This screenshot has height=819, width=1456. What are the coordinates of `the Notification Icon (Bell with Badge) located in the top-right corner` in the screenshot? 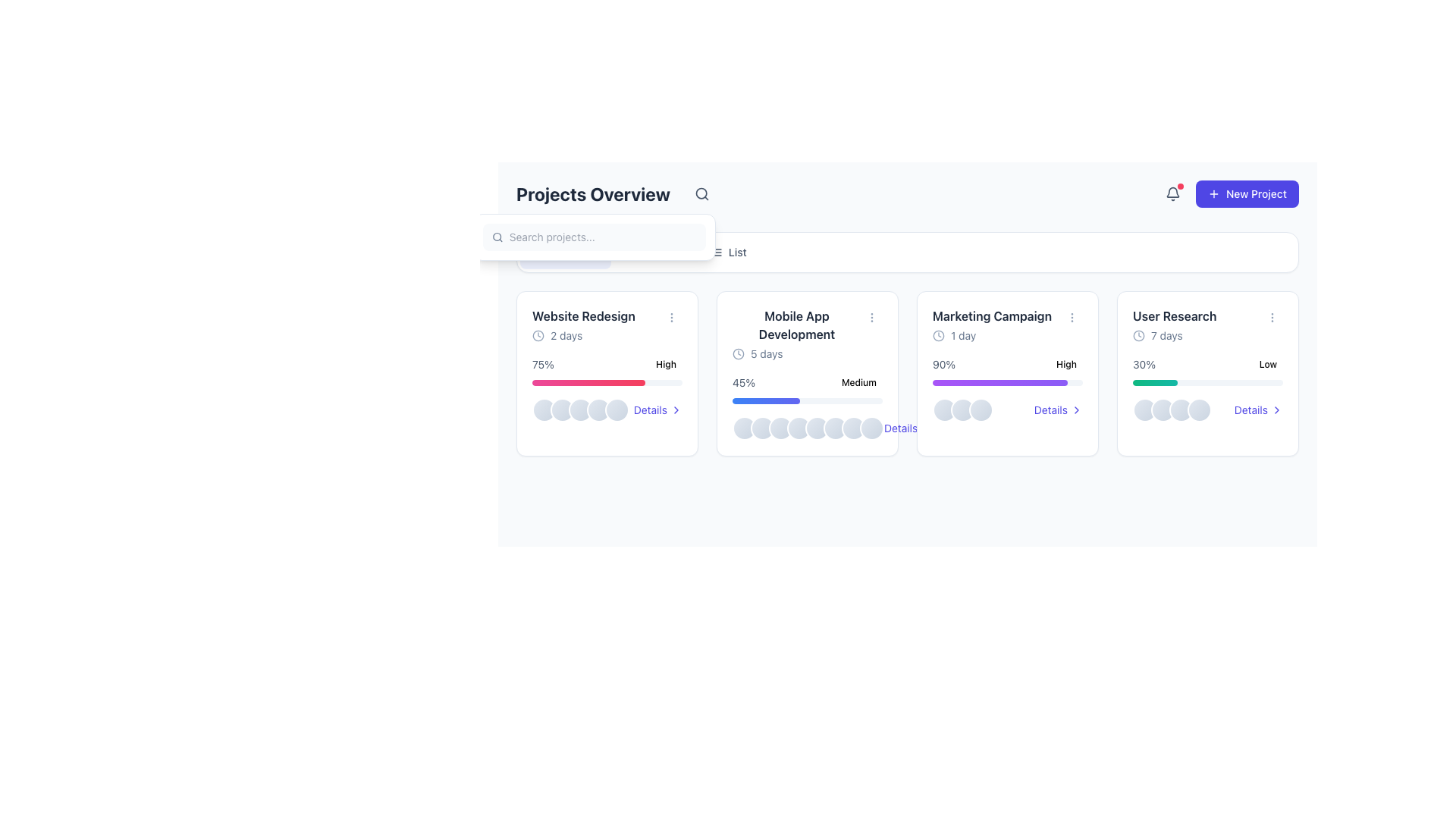 It's located at (1172, 193).